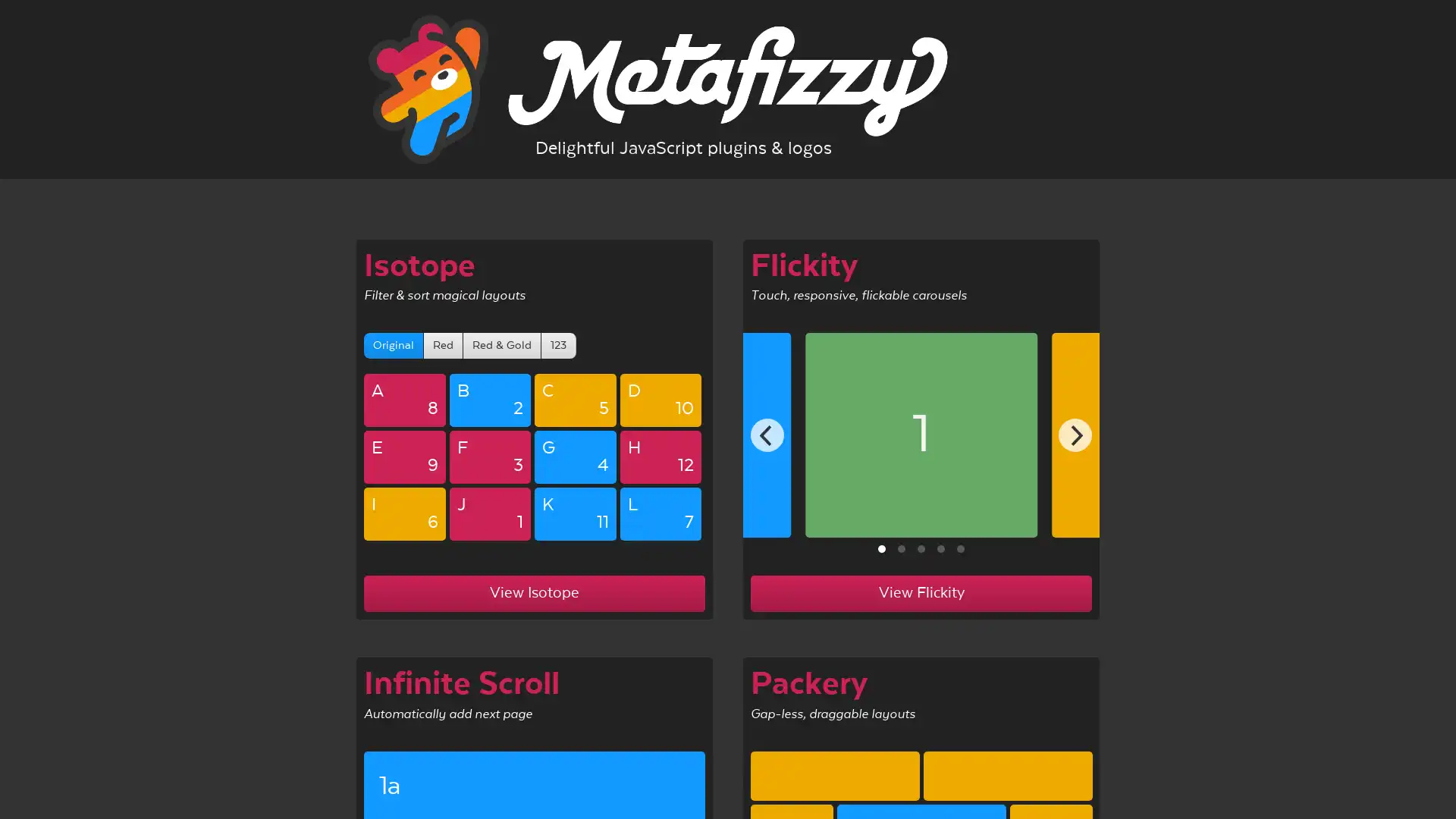  I want to click on 123, so click(558, 345).